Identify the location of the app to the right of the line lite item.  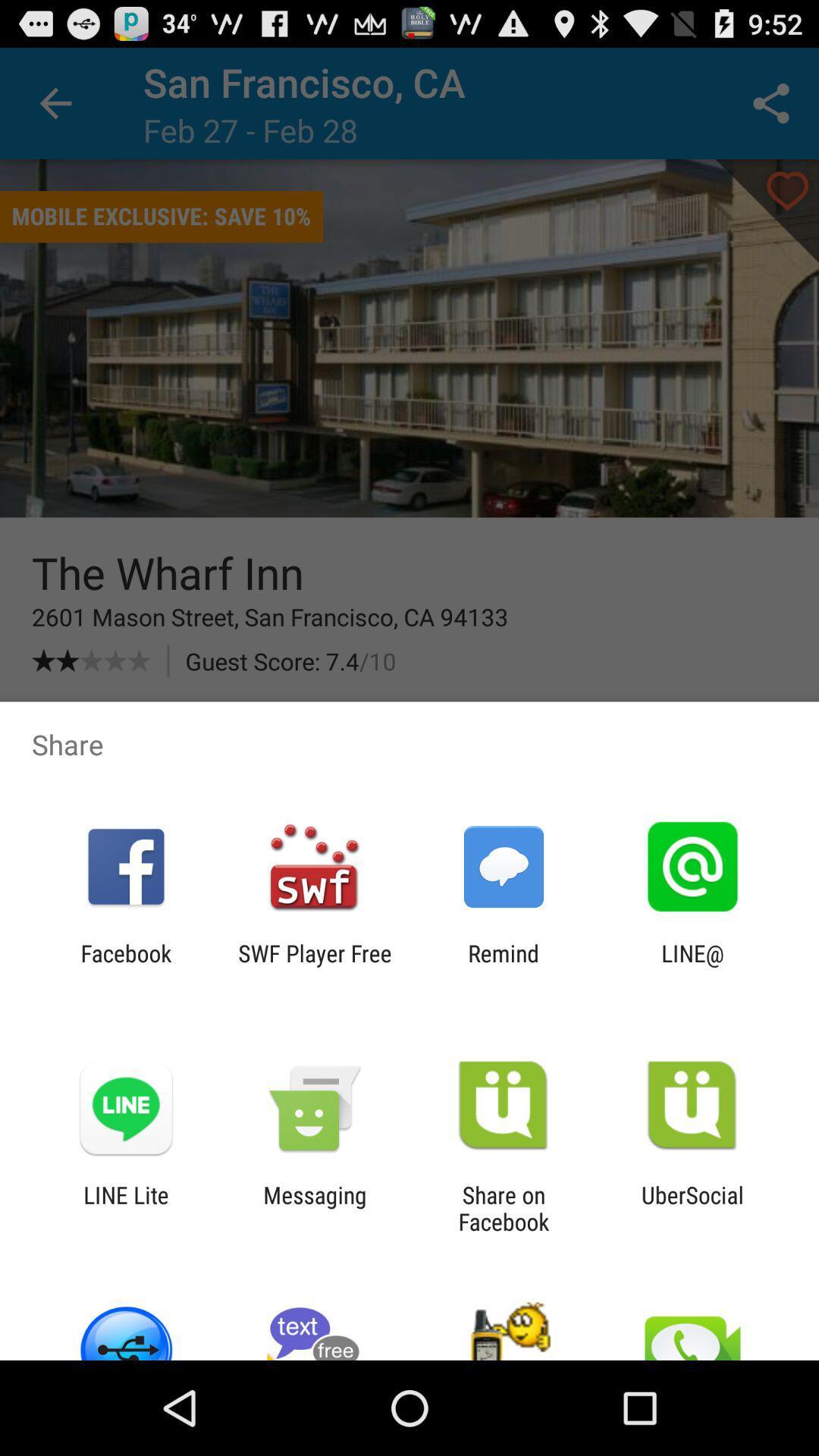
(314, 1207).